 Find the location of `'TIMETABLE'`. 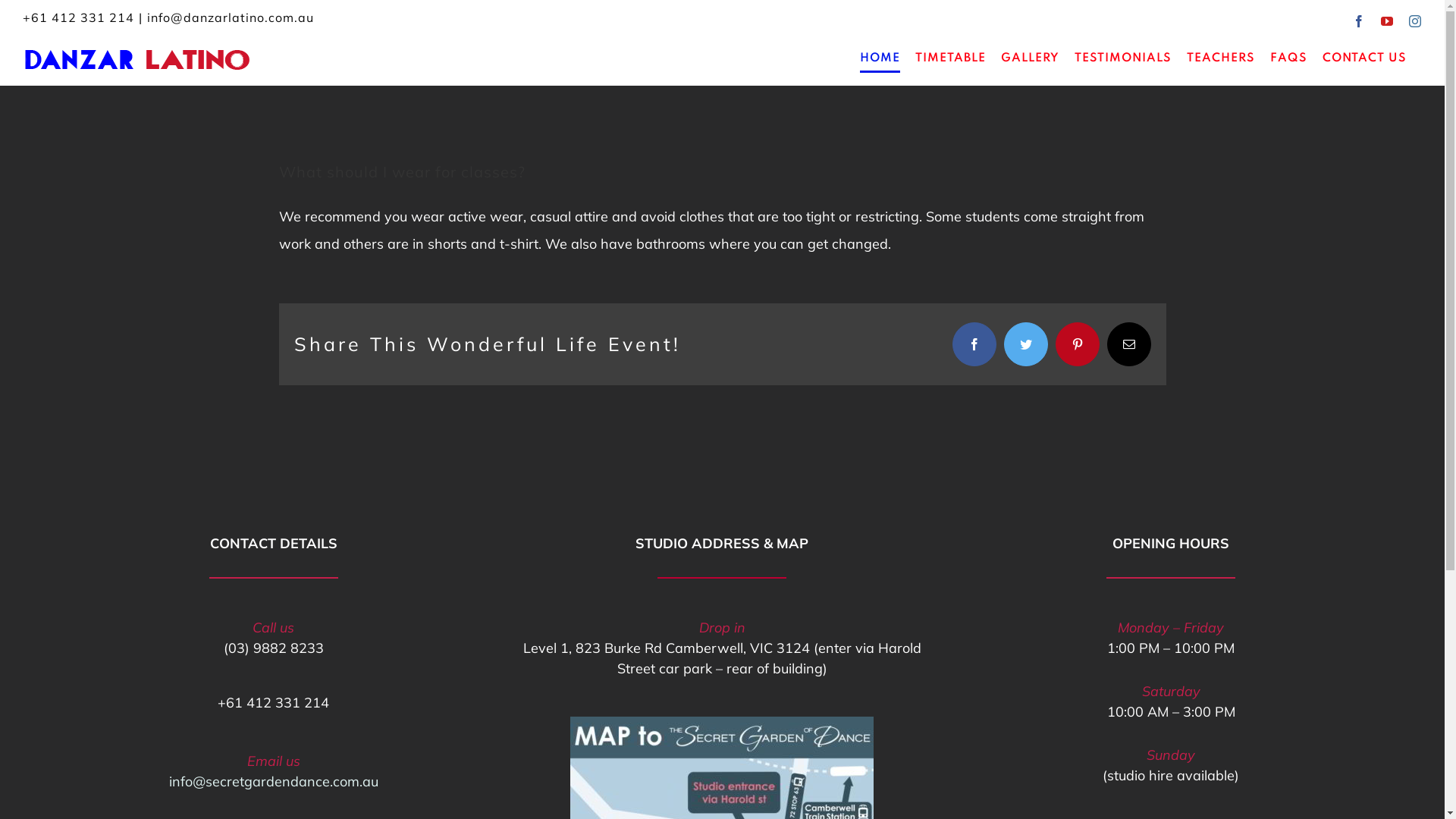

'TIMETABLE' is located at coordinates (949, 58).